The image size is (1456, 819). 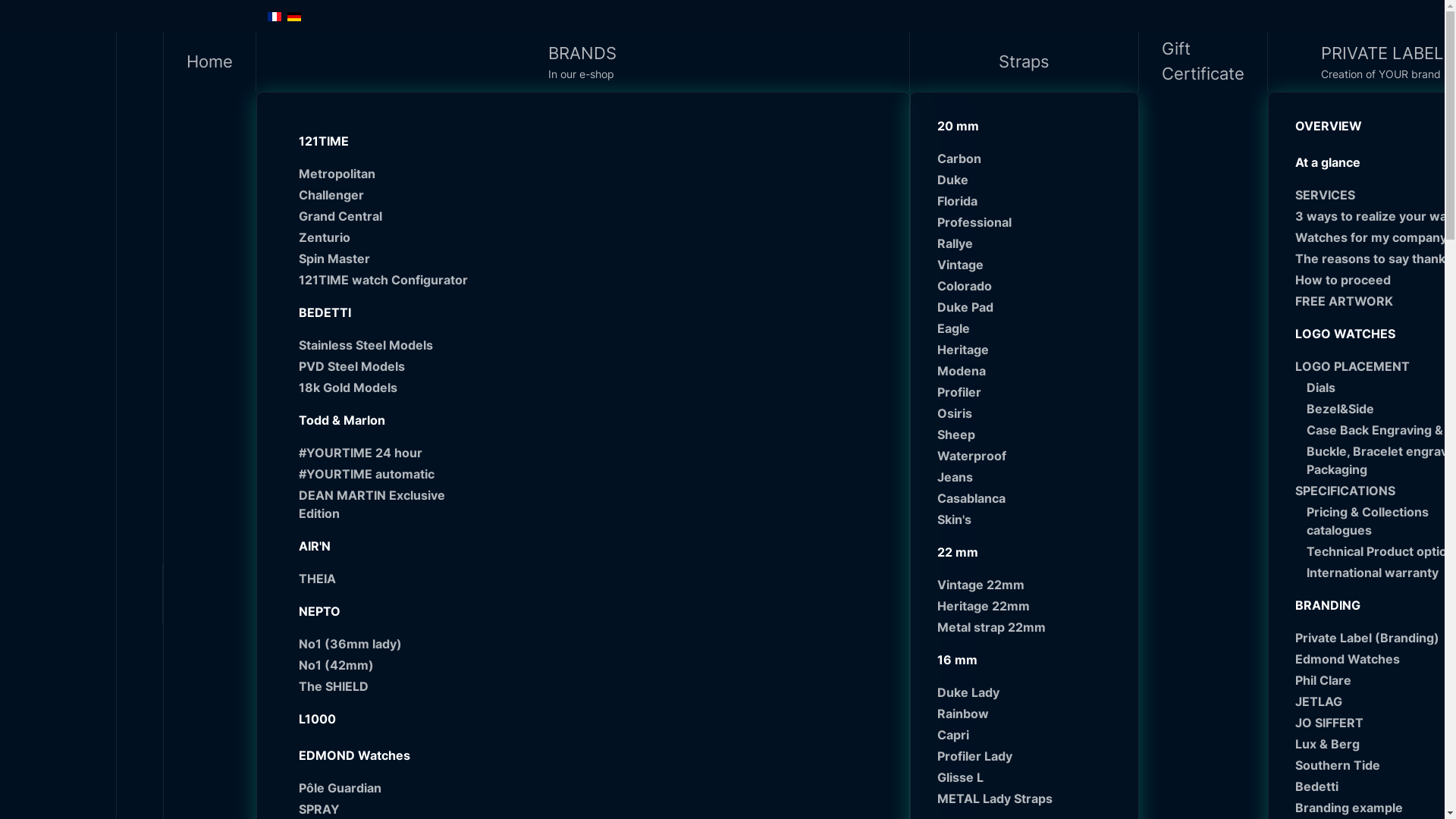 I want to click on 'THEIA', so click(x=298, y=579).